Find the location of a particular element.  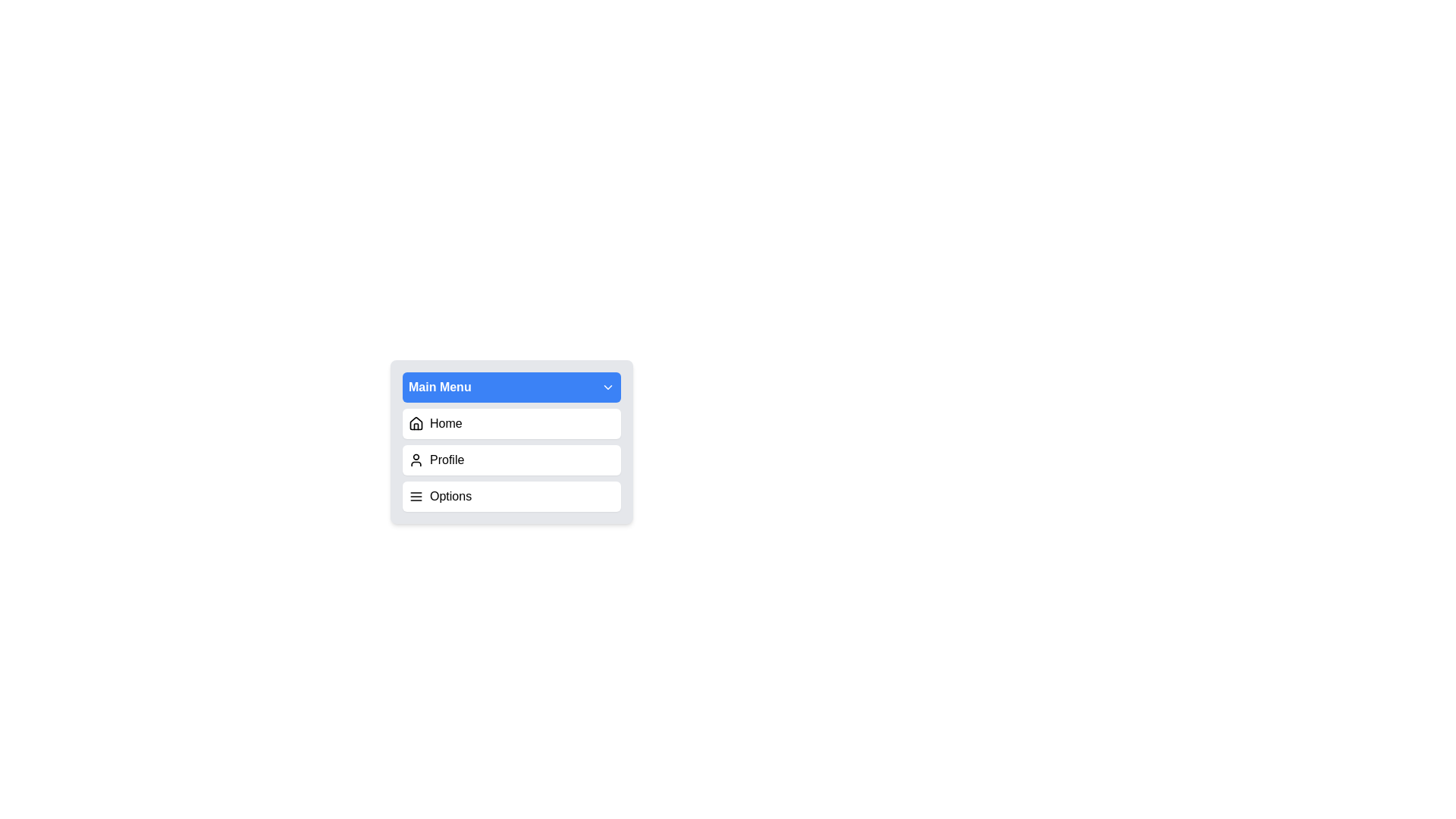

the 'Profile' menu item, which is styled with a white background and rounded corners and is located in the second position under the 'Main Menu' is located at coordinates (512, 459).